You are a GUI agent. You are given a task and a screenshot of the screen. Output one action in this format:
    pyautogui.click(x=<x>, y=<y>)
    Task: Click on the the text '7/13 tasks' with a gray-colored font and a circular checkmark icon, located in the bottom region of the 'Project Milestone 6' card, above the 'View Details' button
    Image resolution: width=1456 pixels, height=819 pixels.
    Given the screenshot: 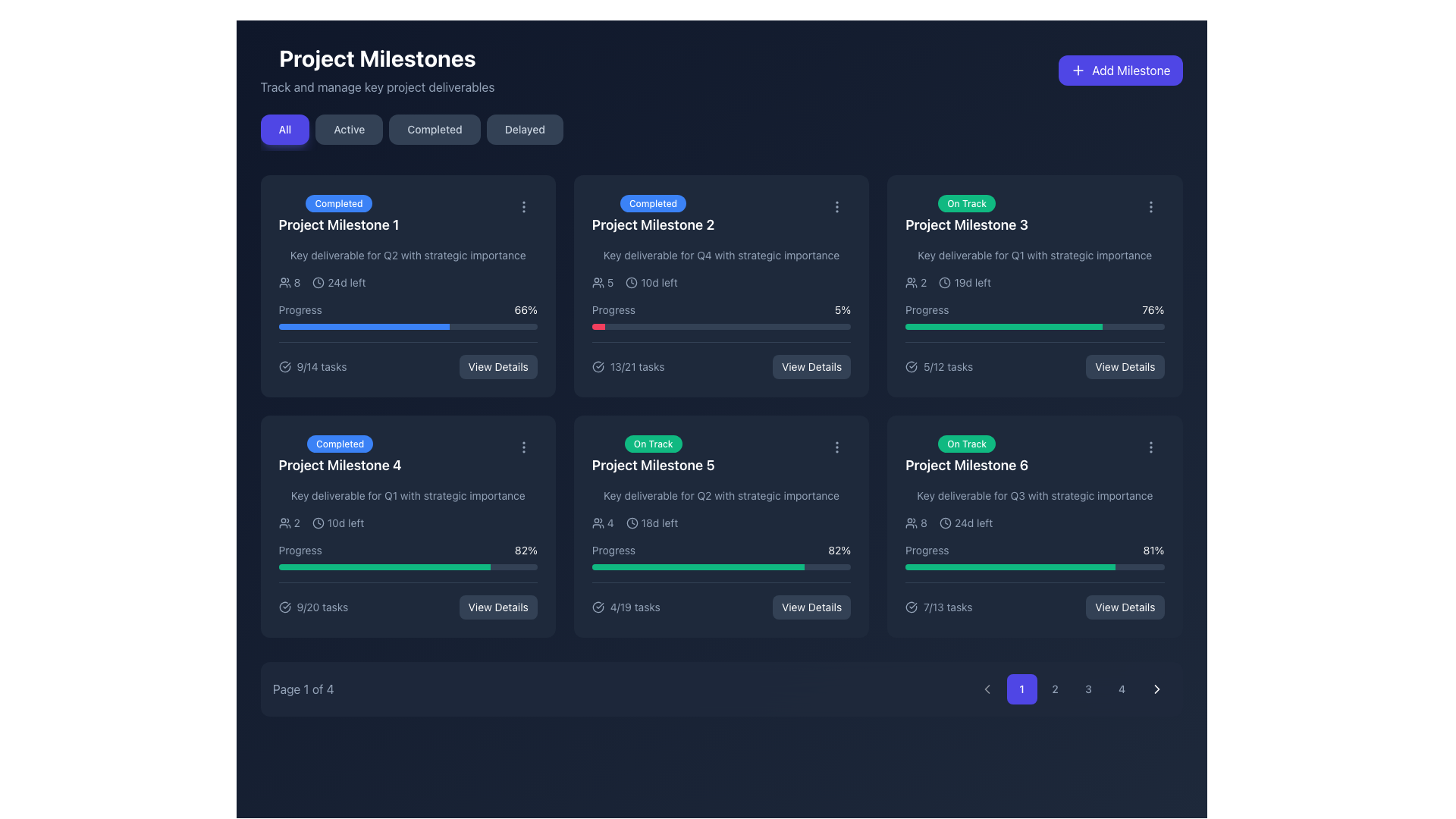 What is the action you would take?
    pyautogui.click(x=938, y=607)
    